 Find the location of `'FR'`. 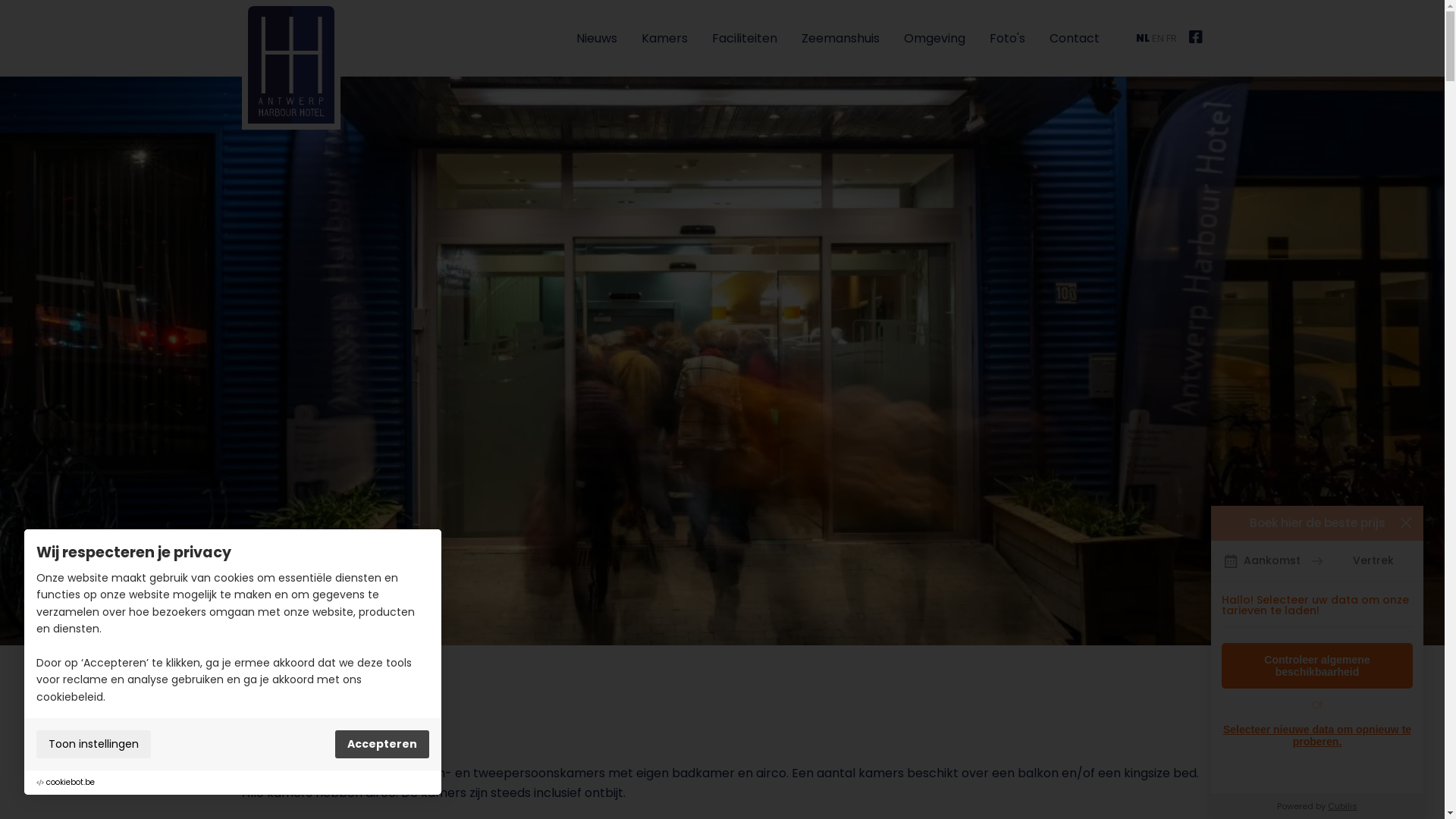

'FR' is located at coordinates (1171, 36).